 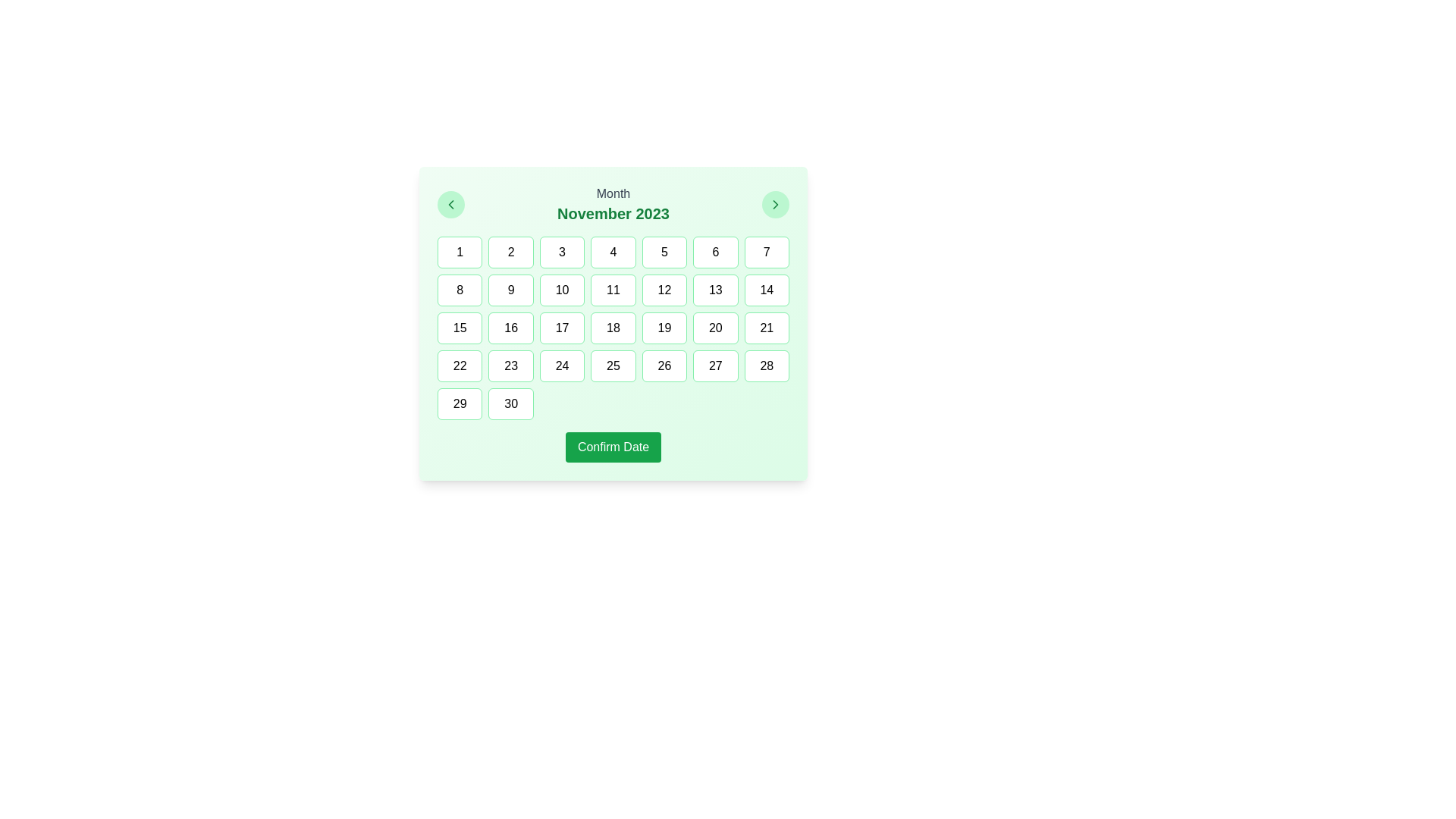 What do you see at coordinates (459, 327) in the screenshot?
I see `the compact square button with the number '15' in bold, which is located in the third row, first column of the calendar grid` at bounding box center [459, 327].